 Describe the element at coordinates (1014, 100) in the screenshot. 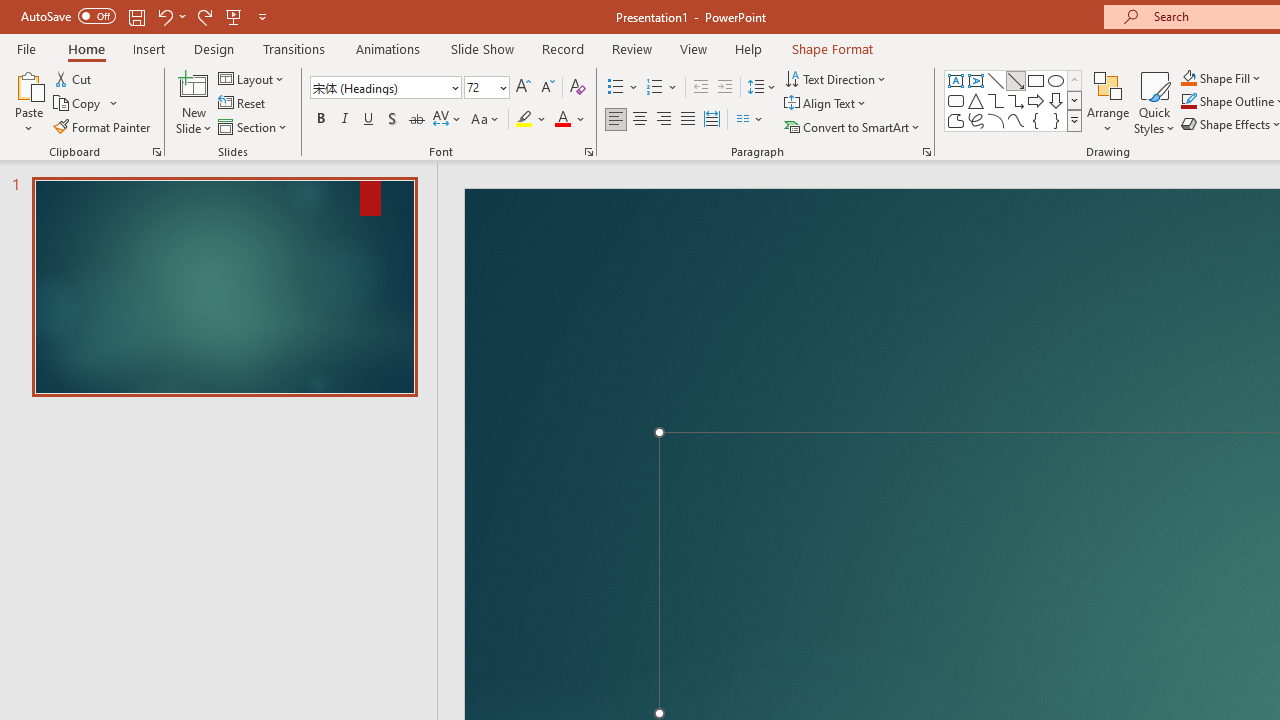

I see `'AutomationID: ShapesInsertGallery'` at that location.